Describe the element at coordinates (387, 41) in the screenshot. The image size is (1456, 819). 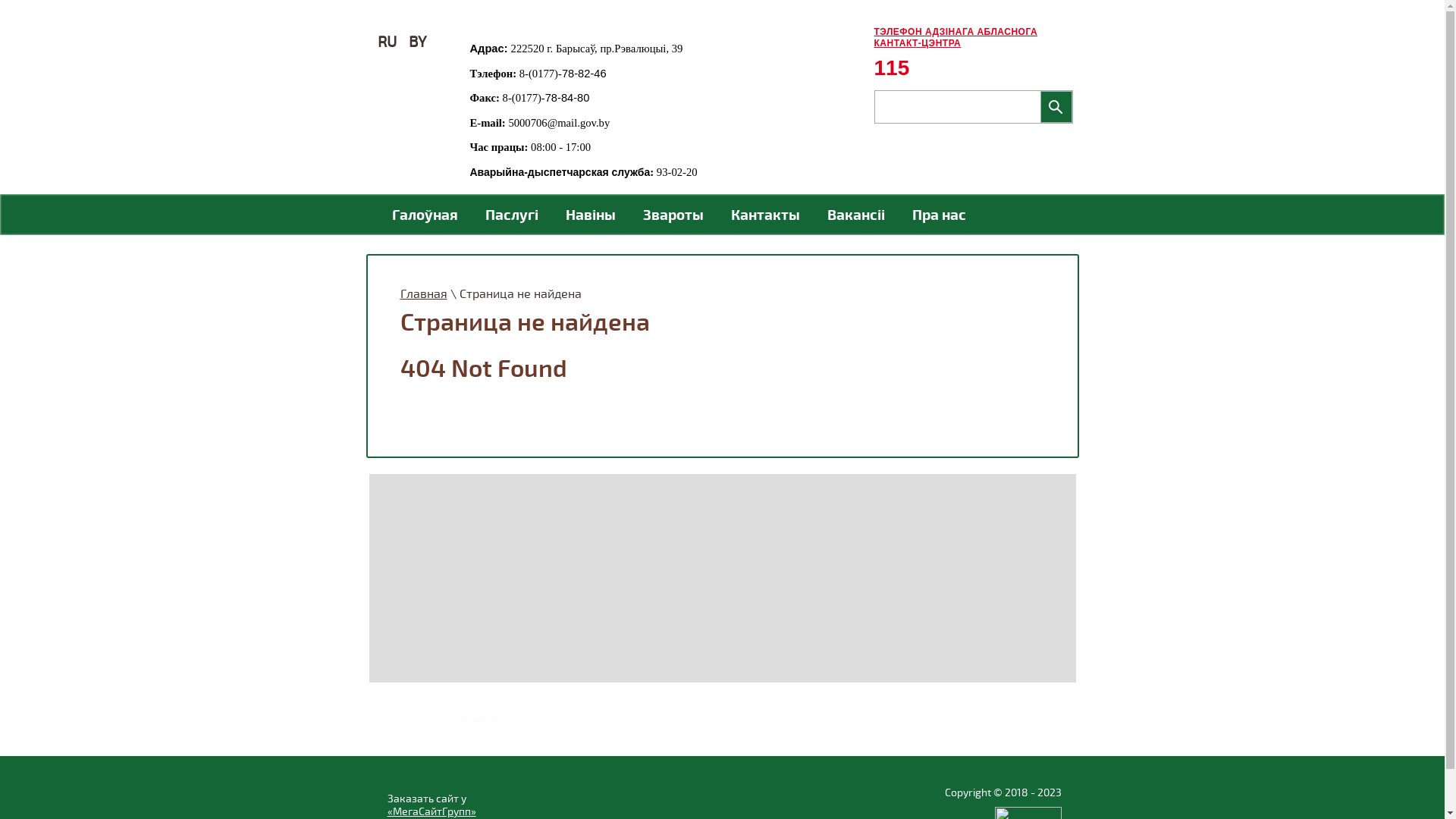
I see `'RU'` at that location.